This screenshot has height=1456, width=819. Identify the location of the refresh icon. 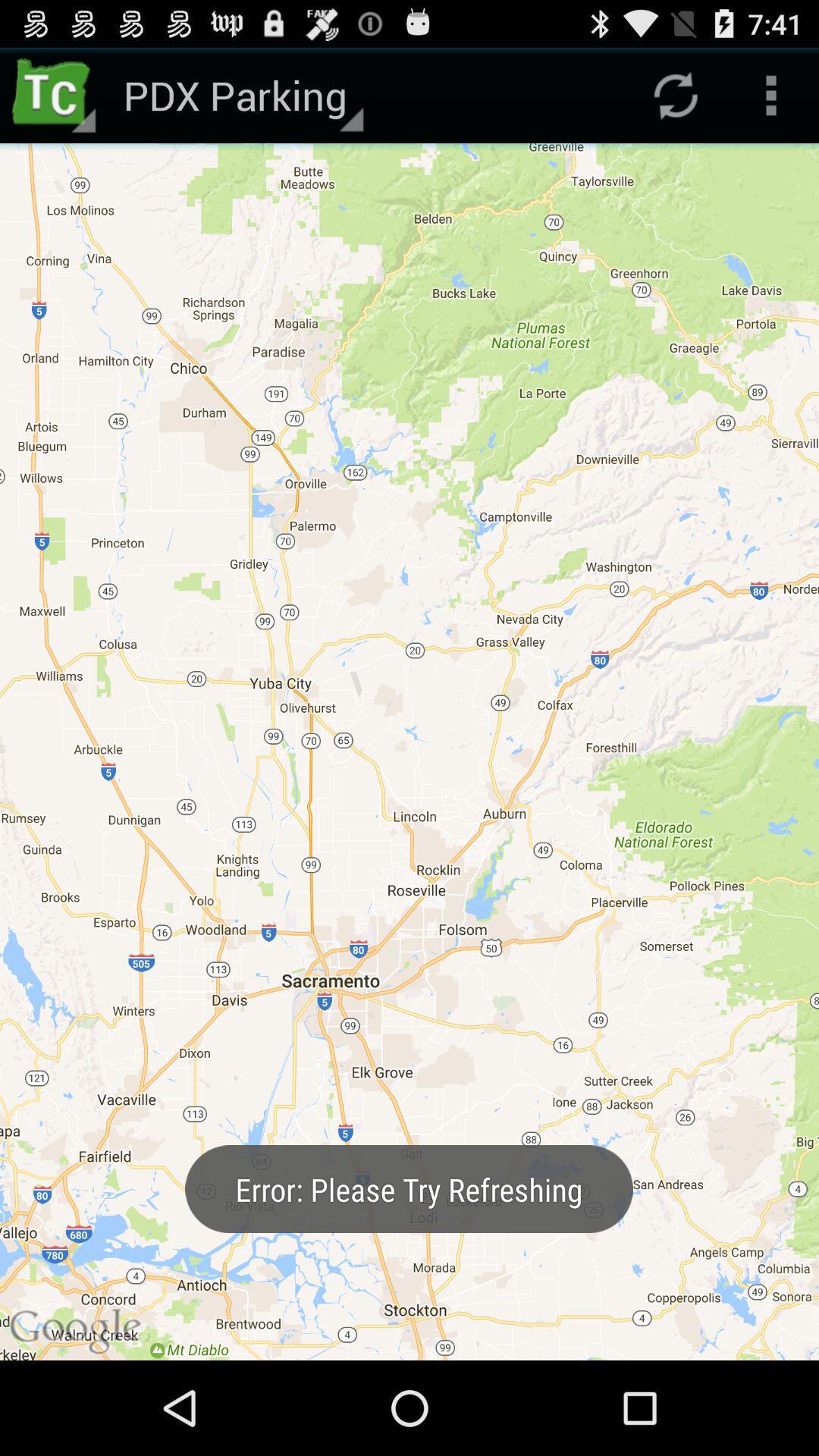
(675, 101).